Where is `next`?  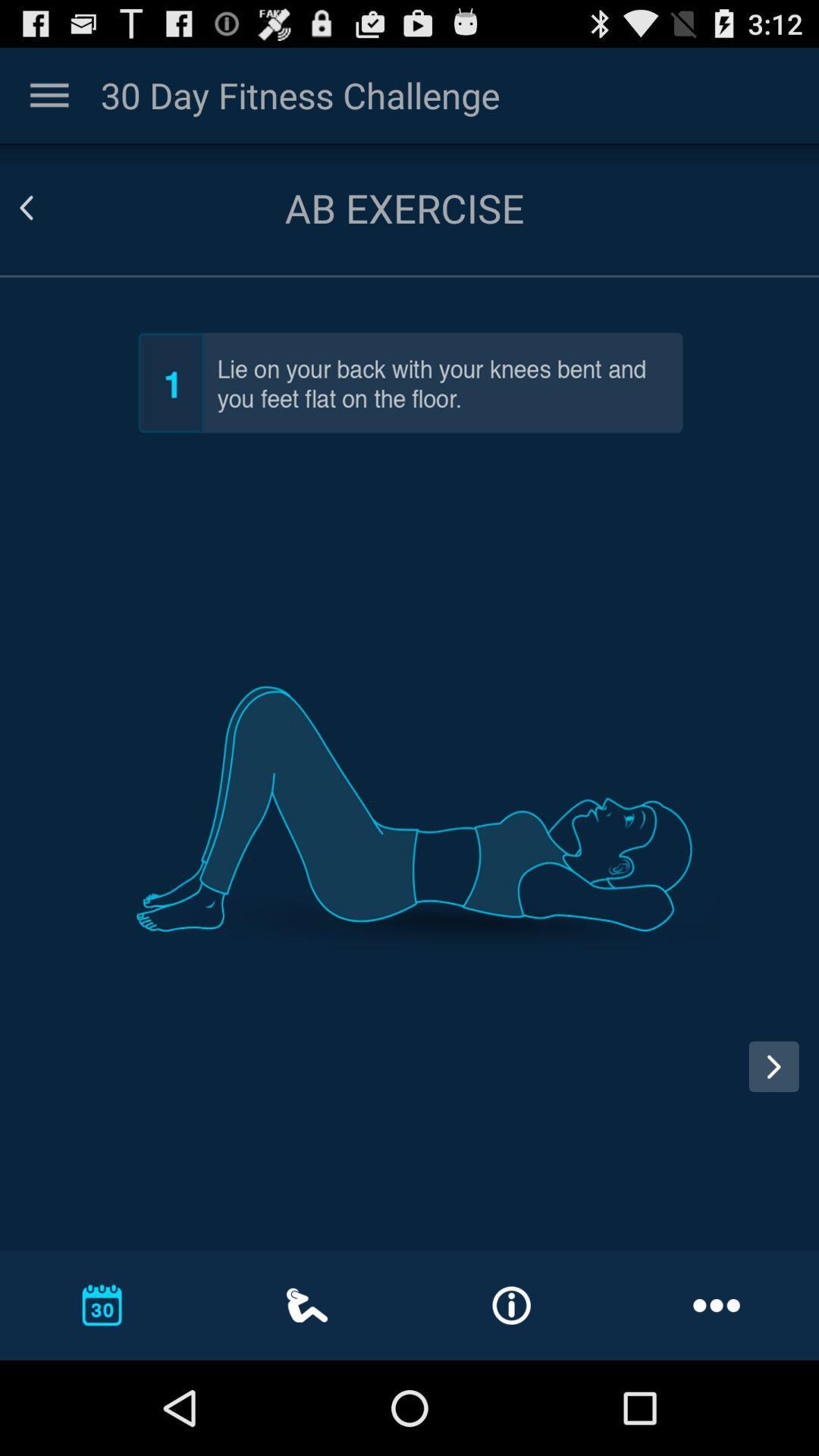
next is located at coordinates (779, 1080).